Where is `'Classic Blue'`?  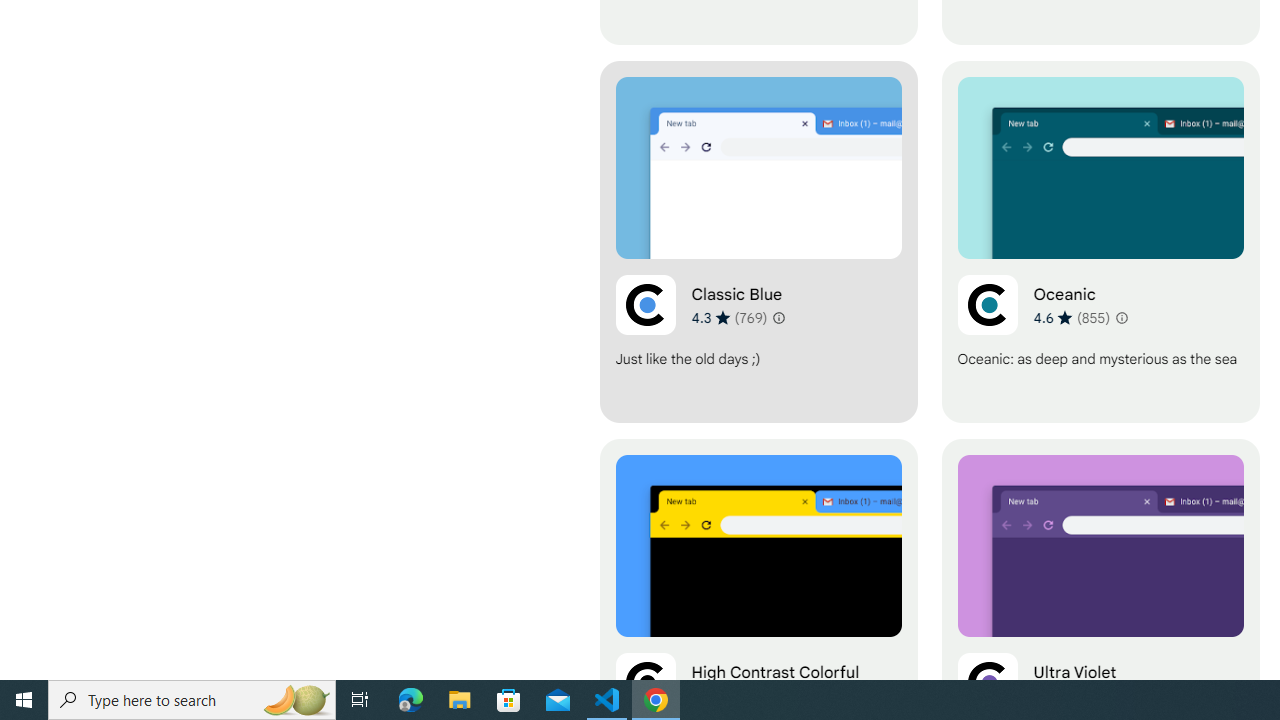 'Classic Blue' is located at coordinates (757, 241).